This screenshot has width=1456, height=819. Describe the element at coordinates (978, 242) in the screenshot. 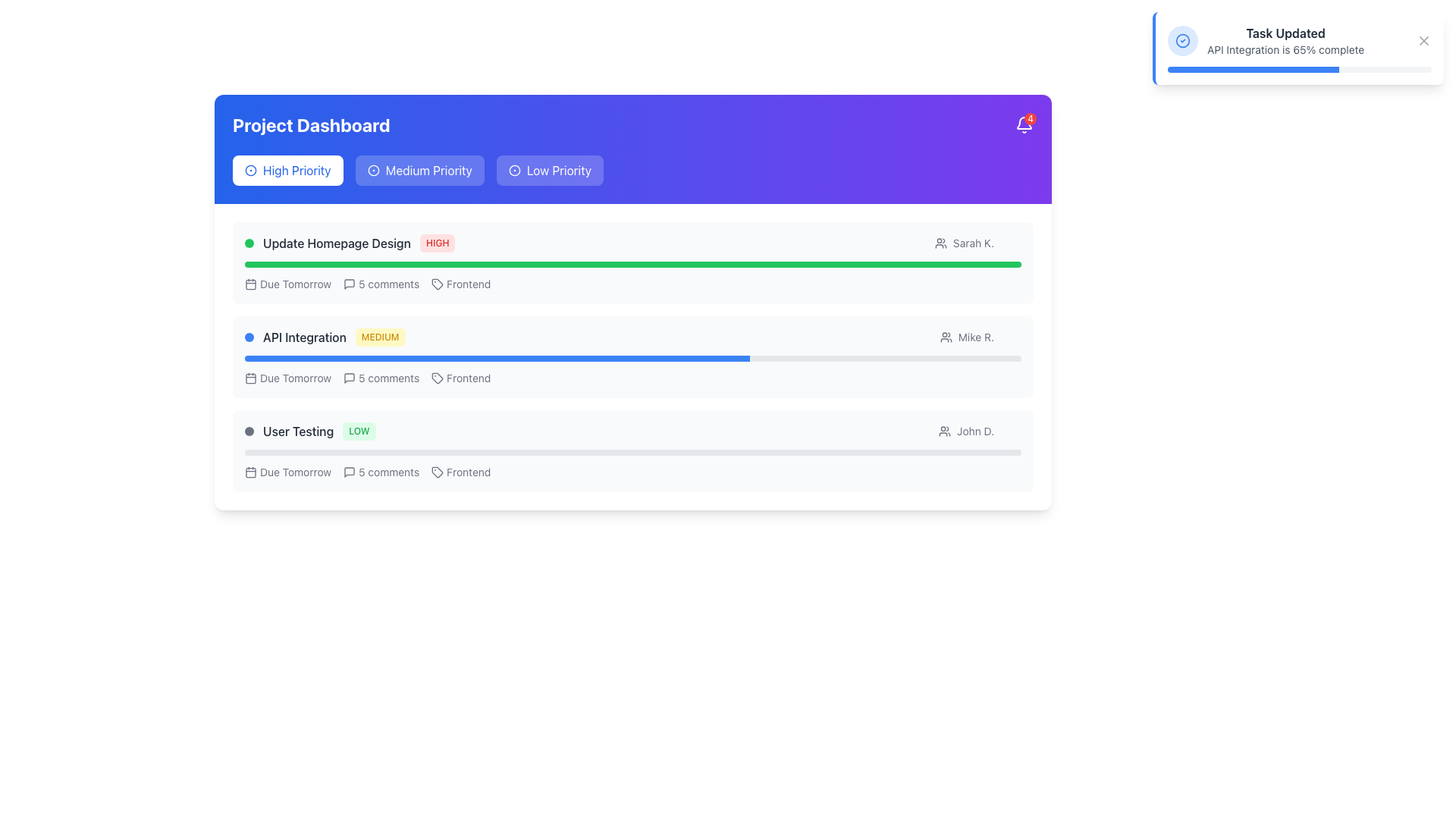

I see `the user icon associated with 'Sarah K.' in the top-right section of the 'Update Homepage Design' row in the 'Project Dashboard'` at that location.